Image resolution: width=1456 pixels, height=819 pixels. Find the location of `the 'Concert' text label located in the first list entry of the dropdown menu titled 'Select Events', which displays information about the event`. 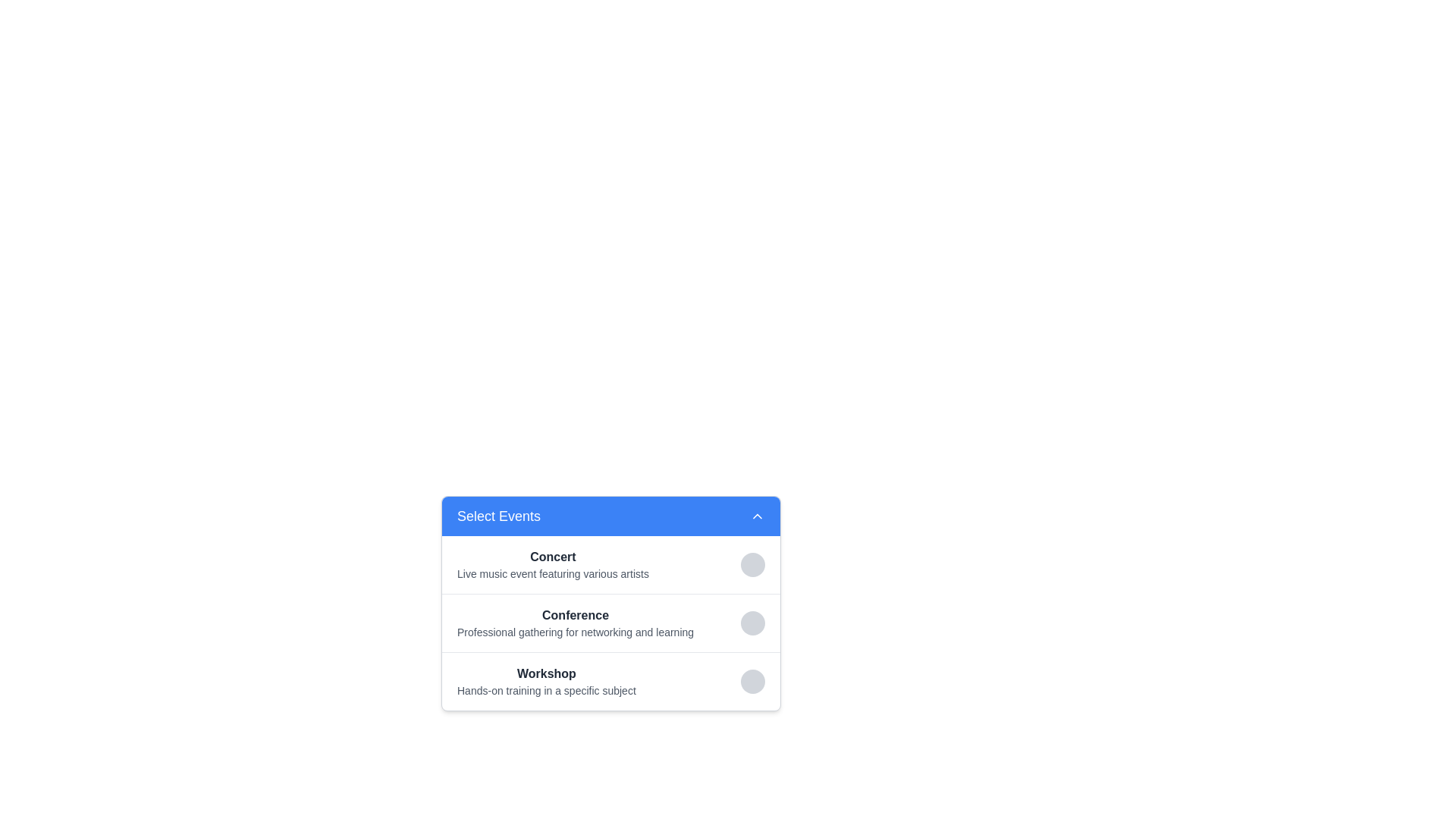

the 'Concert' text label located in the first list entry of the dropdown menu titled 'Select Events', which displays information about the event is located at coordinates (552, 564).